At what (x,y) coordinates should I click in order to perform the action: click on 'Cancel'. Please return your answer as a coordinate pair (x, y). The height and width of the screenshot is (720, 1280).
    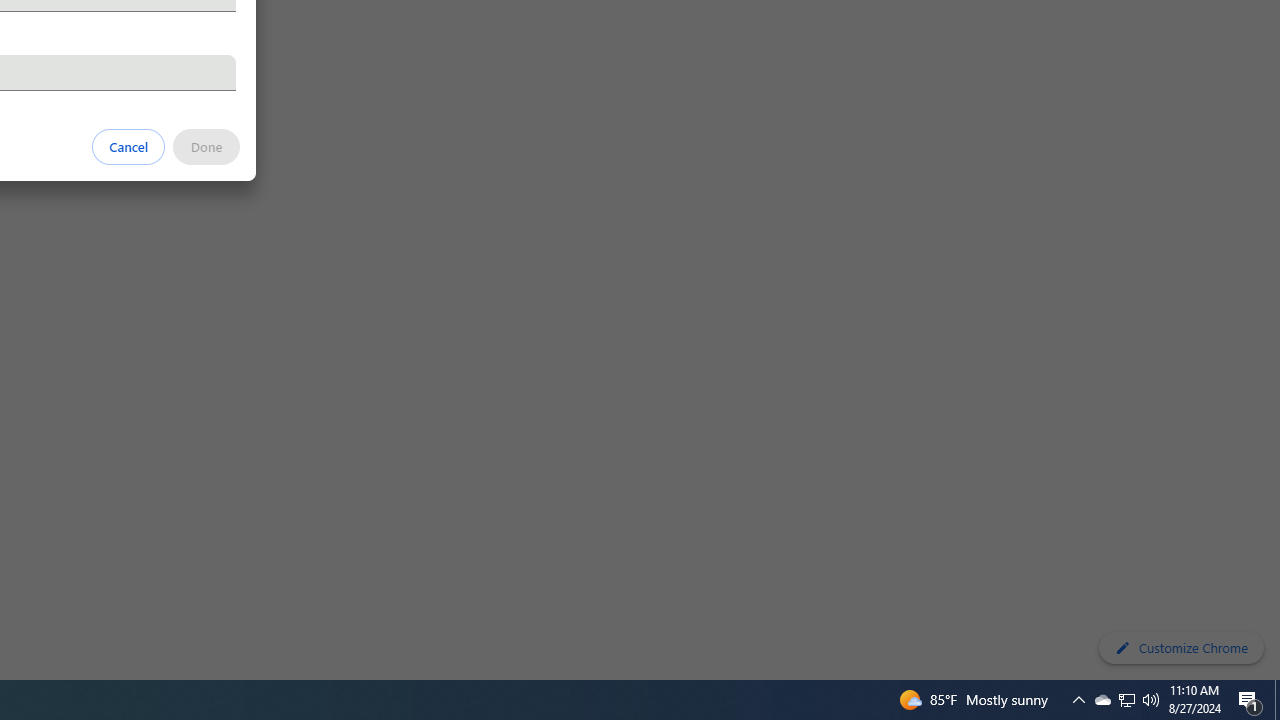
    Looking at the image, I should click on (128, 145).